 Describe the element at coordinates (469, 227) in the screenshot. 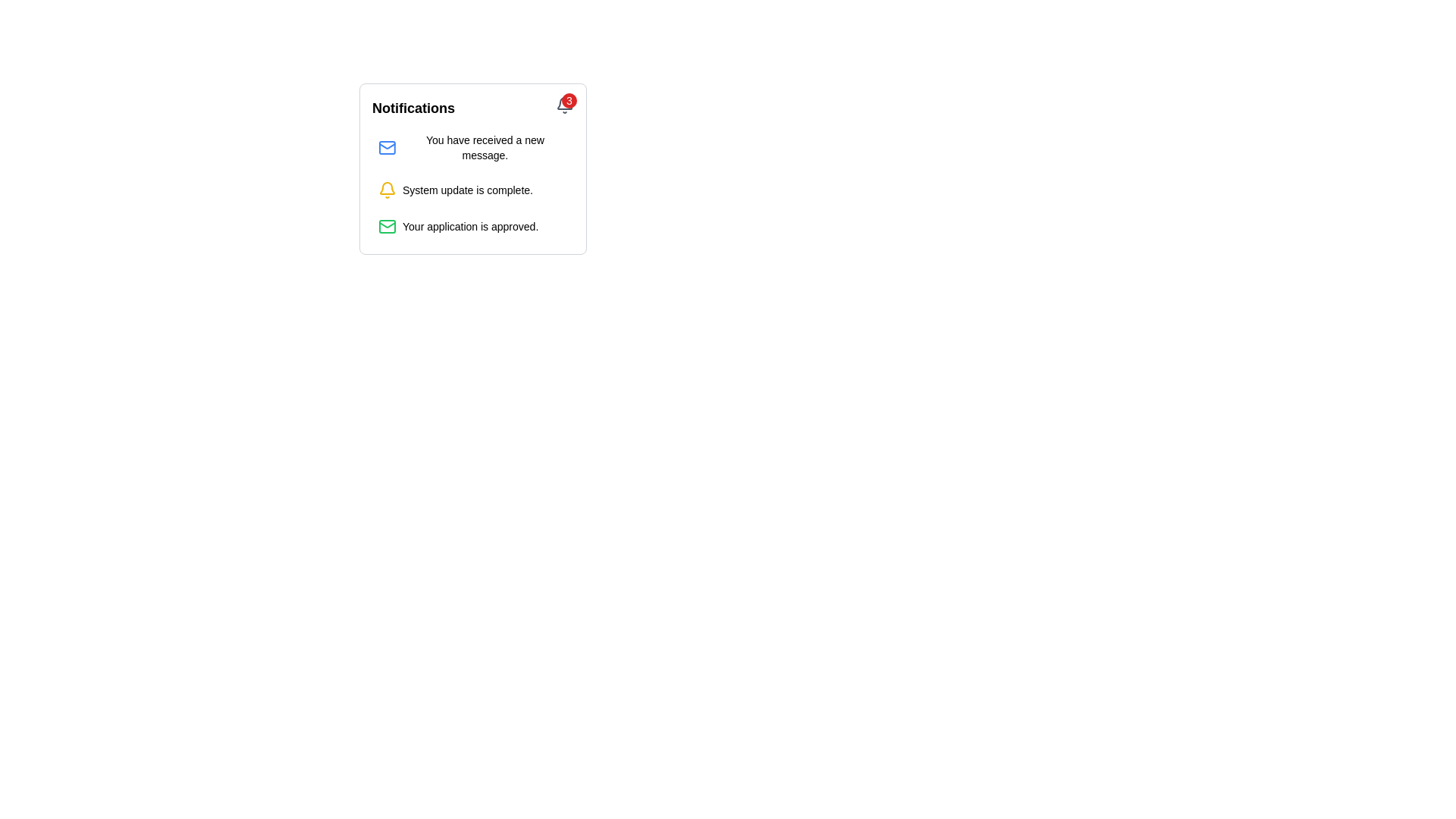

I see `the text element displaying 'Your application is approved.' which is the third item in the notification area, located directly below 'System update is complete.'` at that location.